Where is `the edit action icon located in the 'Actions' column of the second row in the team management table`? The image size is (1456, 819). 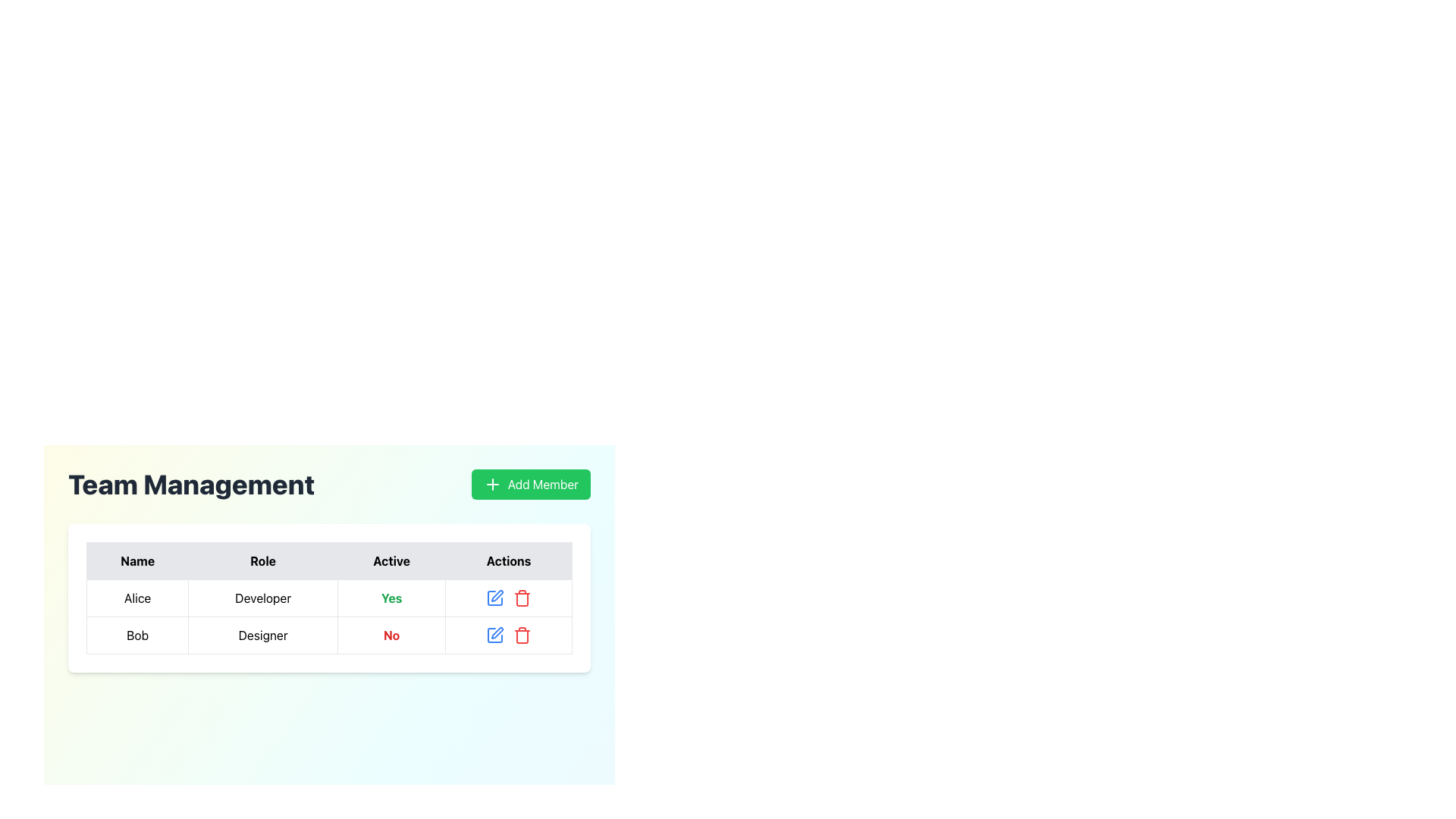
the edit action icon located in the 'Actions' column of the second row in the team management table is located at coordinates (497, 632).